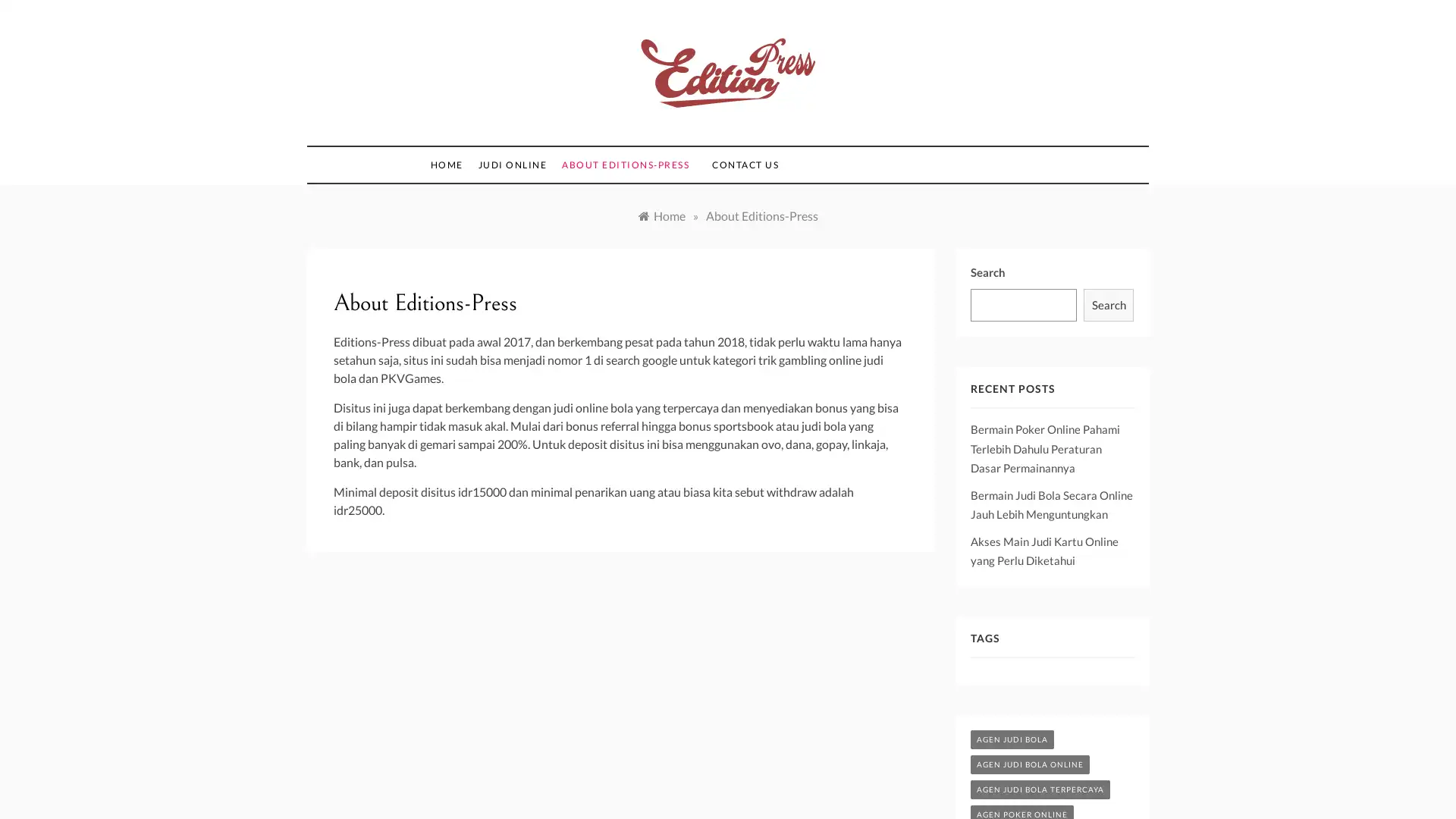  I want to click on Search, so click(1109, 304).